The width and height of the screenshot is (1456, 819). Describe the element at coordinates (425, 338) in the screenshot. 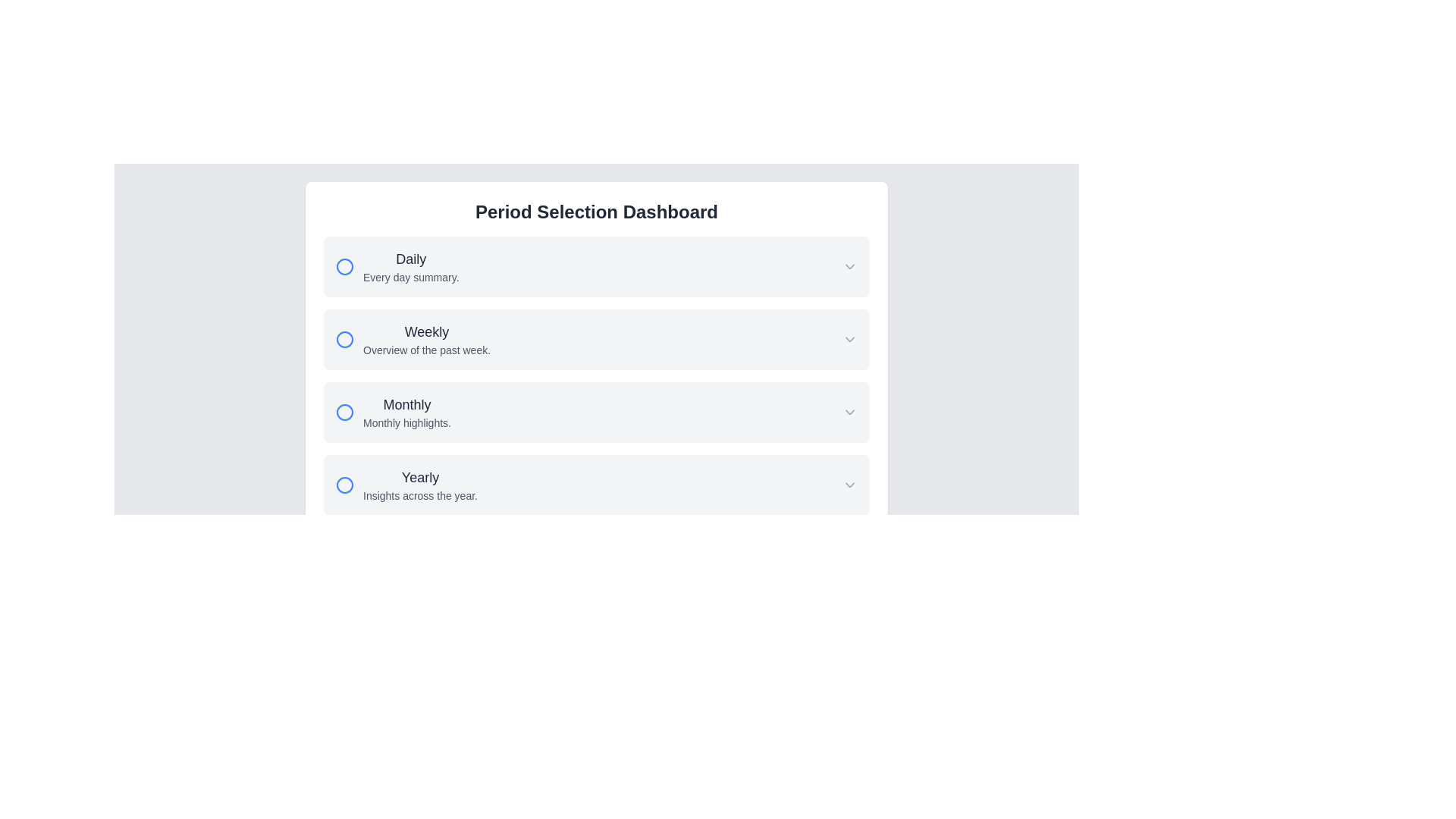

I see `the 'Weekly' text label, which is bold and larger in font, located under the 'Period Selection Dashboard' options` at that location.